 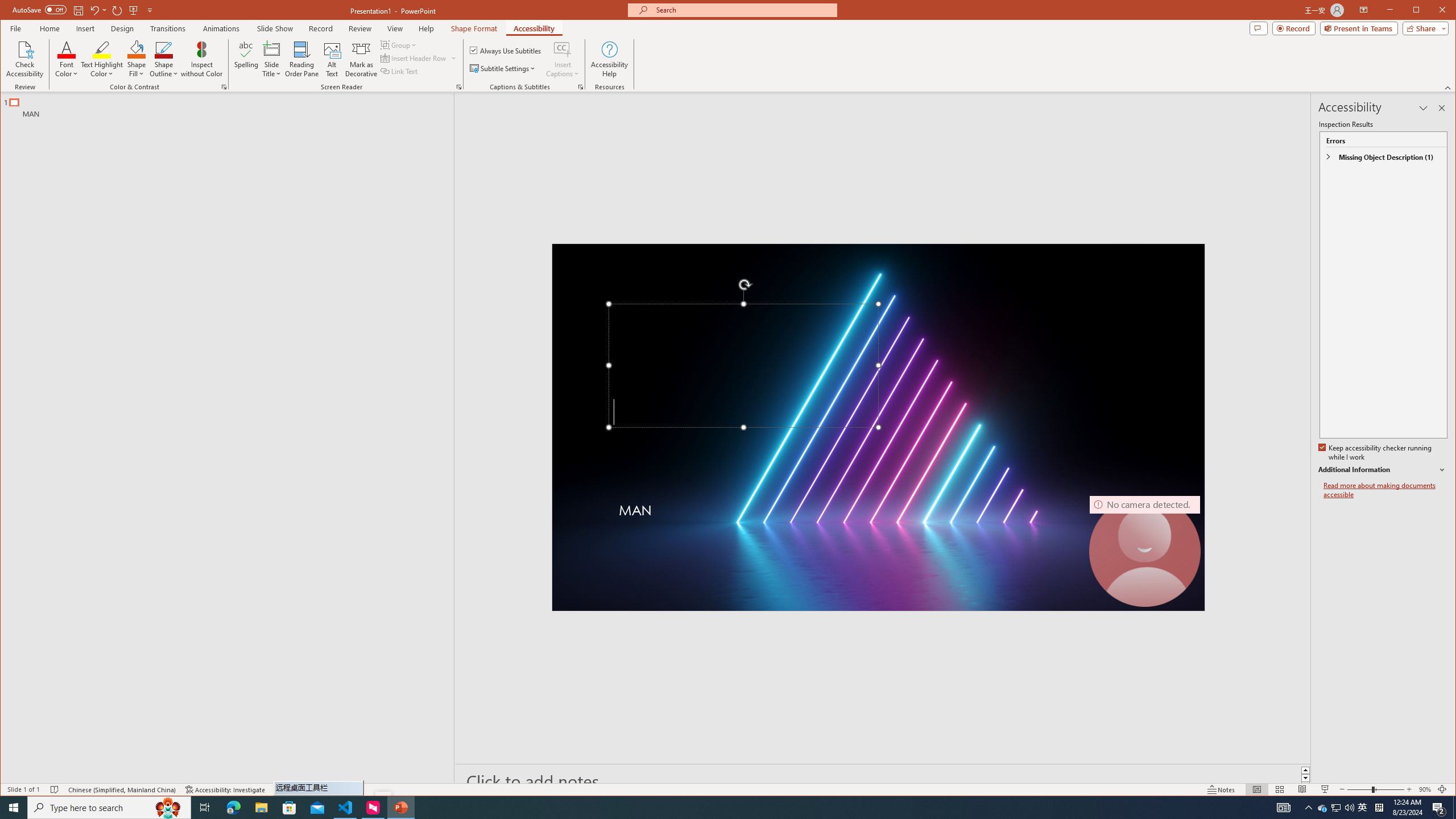 I want to click on 'Slide Title', so click(x=271, y=59).